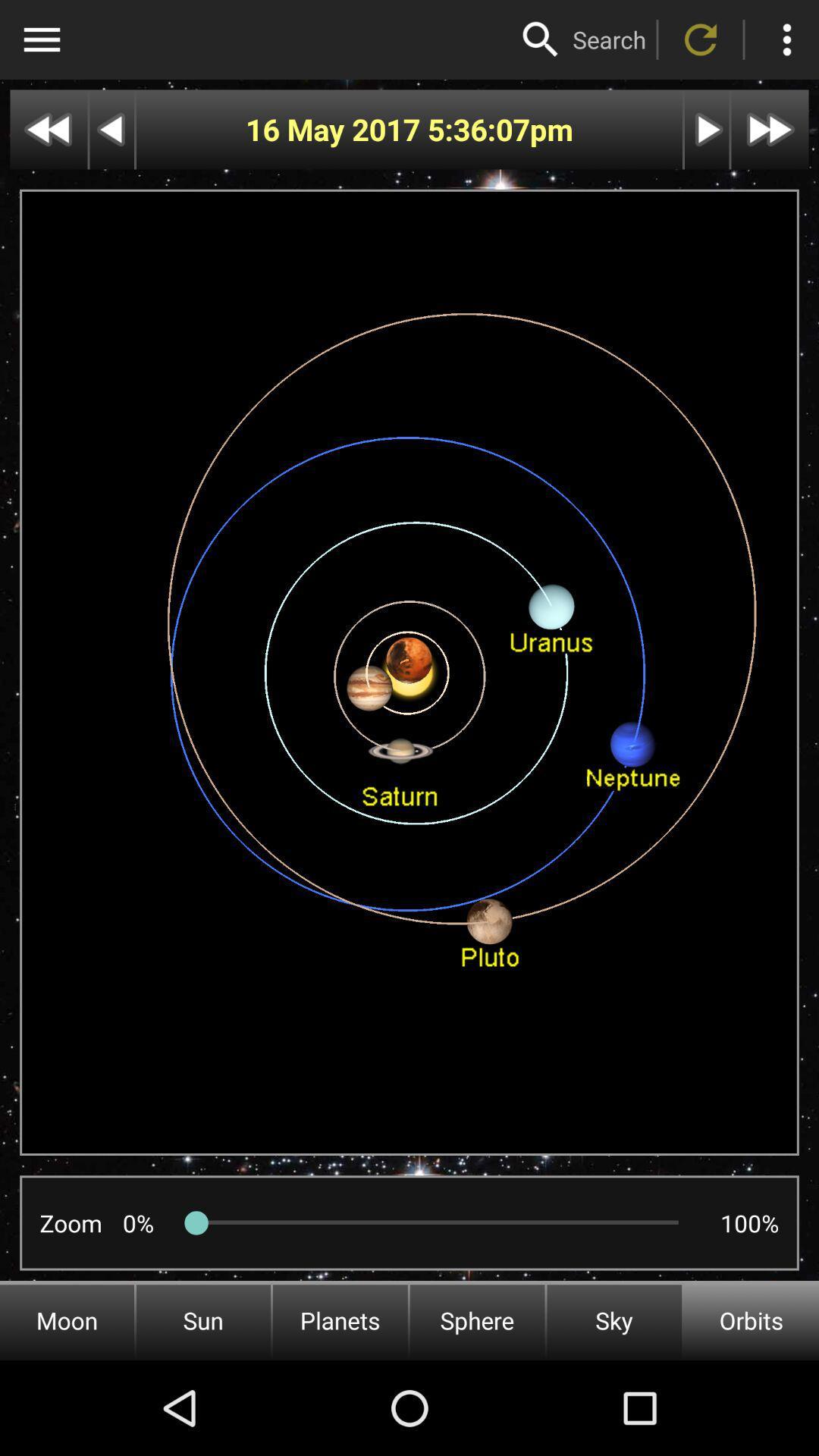 This screenshot has width=819, height=1456. What do you see at coordinates (707, 130) in the screenshot?
I see `go forward once` at bounding box center [707, 130].